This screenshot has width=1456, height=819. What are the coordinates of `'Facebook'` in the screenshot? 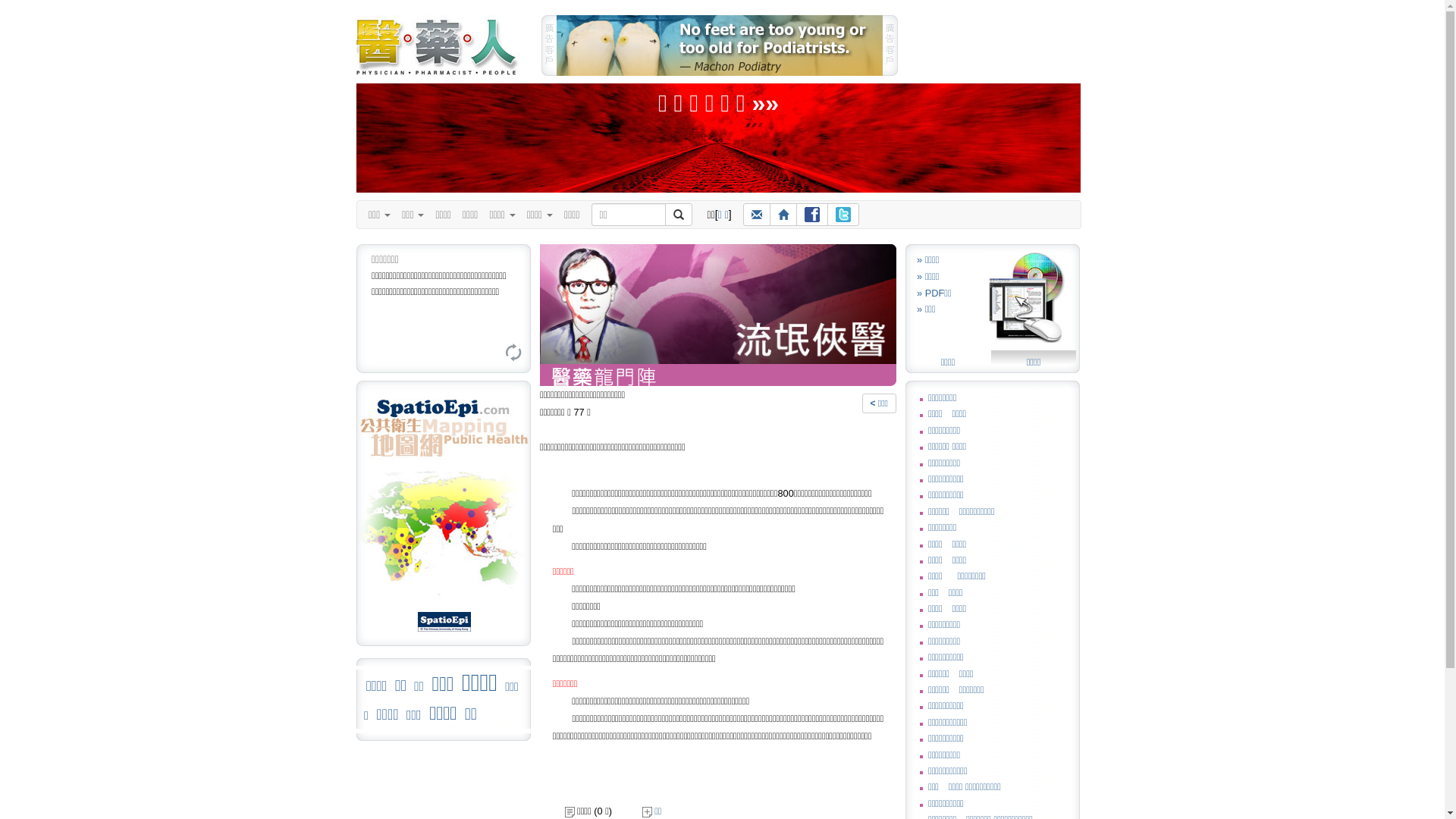 It's located at (811, 214).